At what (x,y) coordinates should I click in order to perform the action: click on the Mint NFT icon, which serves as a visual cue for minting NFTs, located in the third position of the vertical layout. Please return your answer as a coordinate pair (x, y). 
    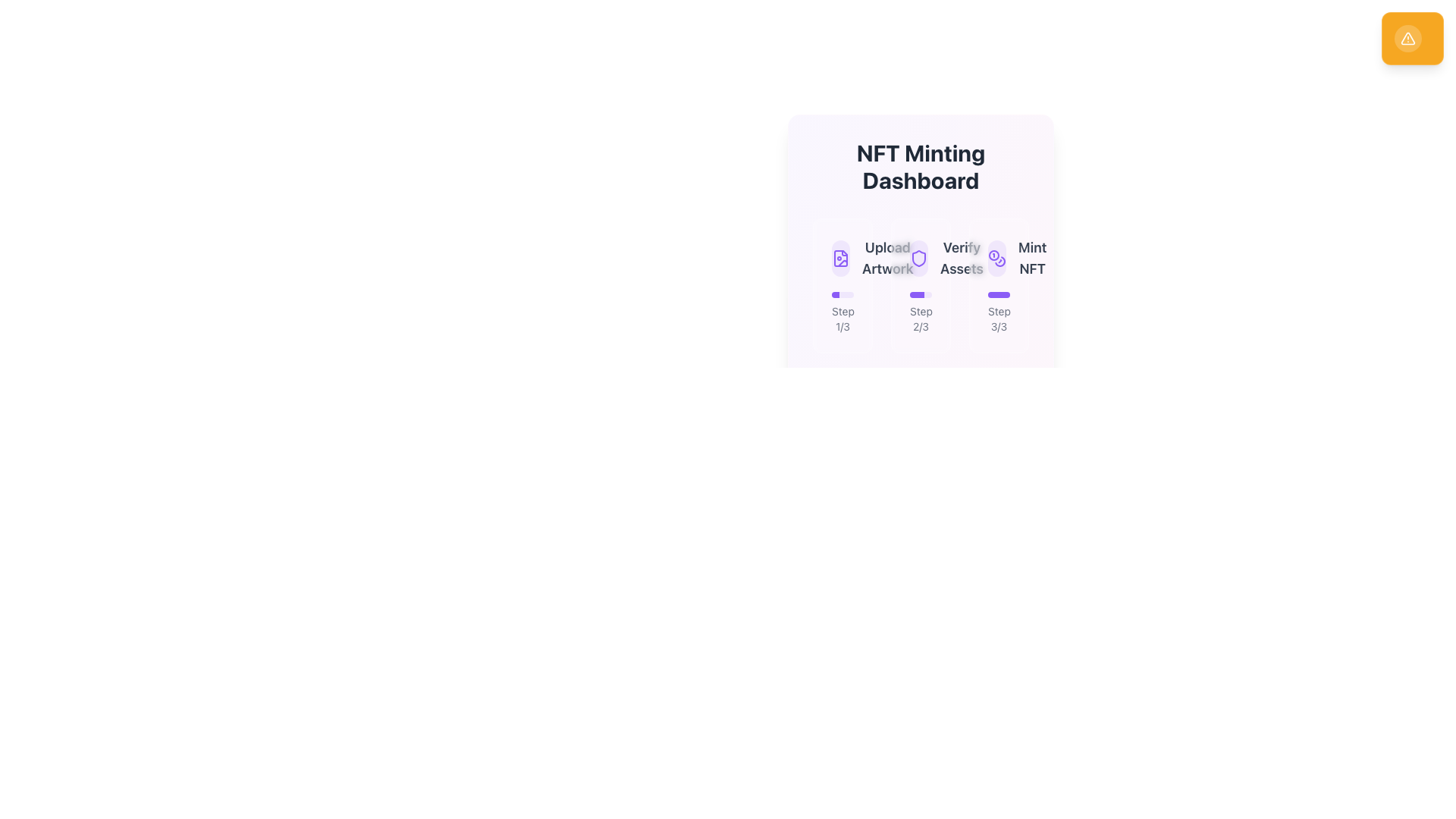
    Looking at the image, I should click on (997, 257).